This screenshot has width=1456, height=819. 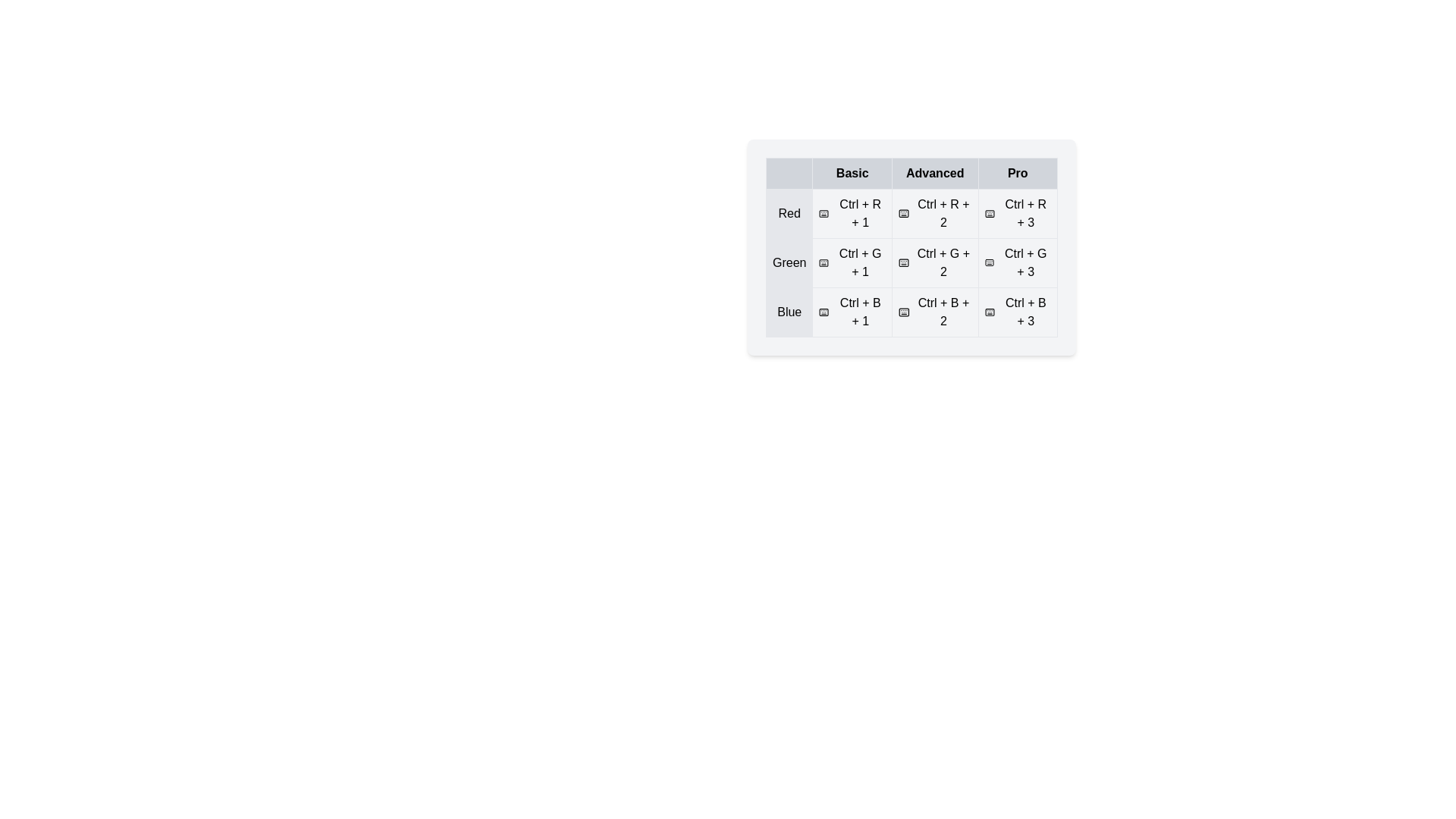 I want to click on the keyboard input icon located in the third column of the second row of the table, which symbolizes the functionality associated with 'Ctrl + G + 3', so click(x=990, y=262).